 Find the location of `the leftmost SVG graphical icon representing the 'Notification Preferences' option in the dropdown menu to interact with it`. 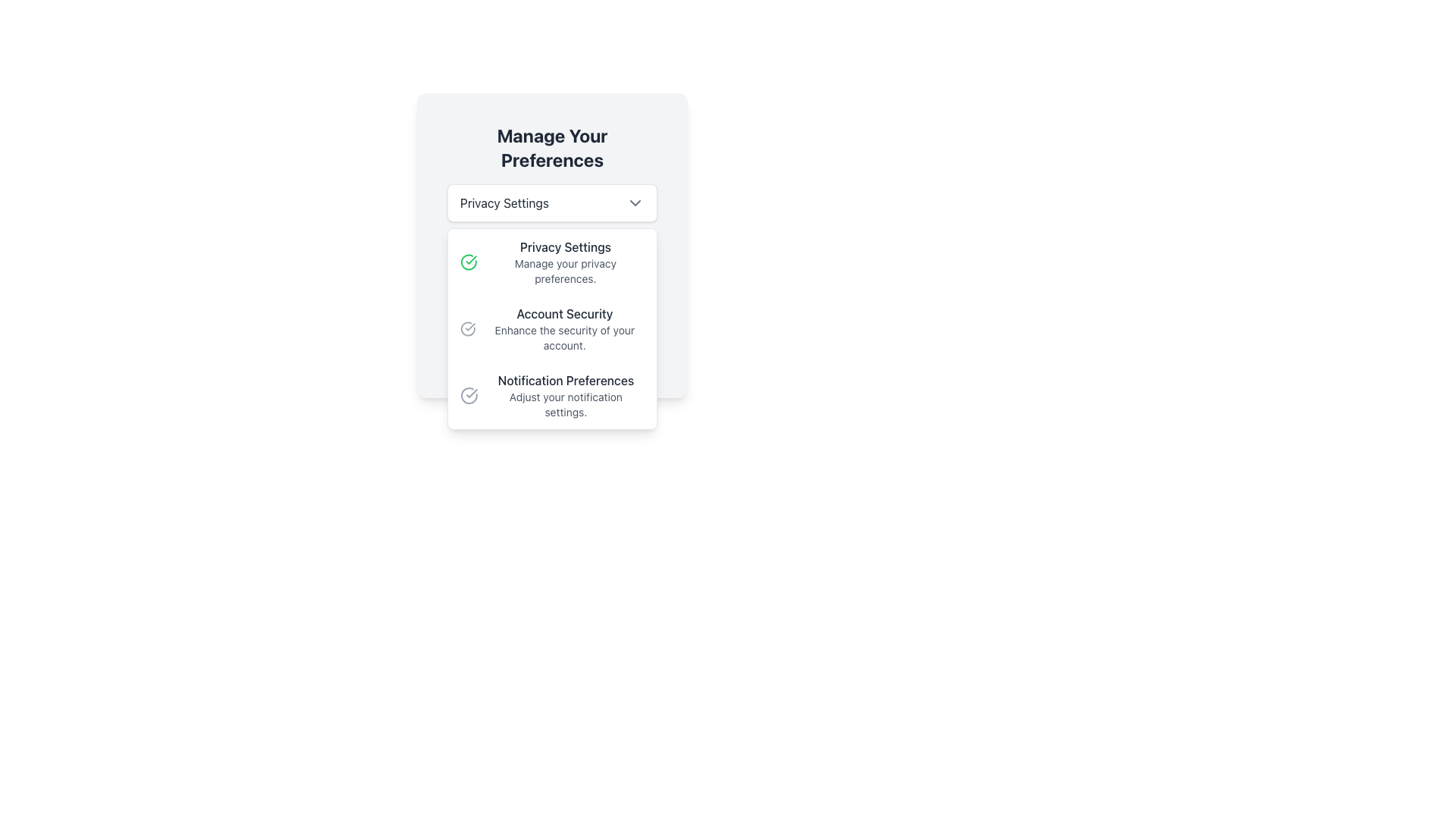

the leftmost SVG graphical icon representing the 'Notification Preferences' option in the dropdown menu to interact with it is located at coordinates (469, 394).